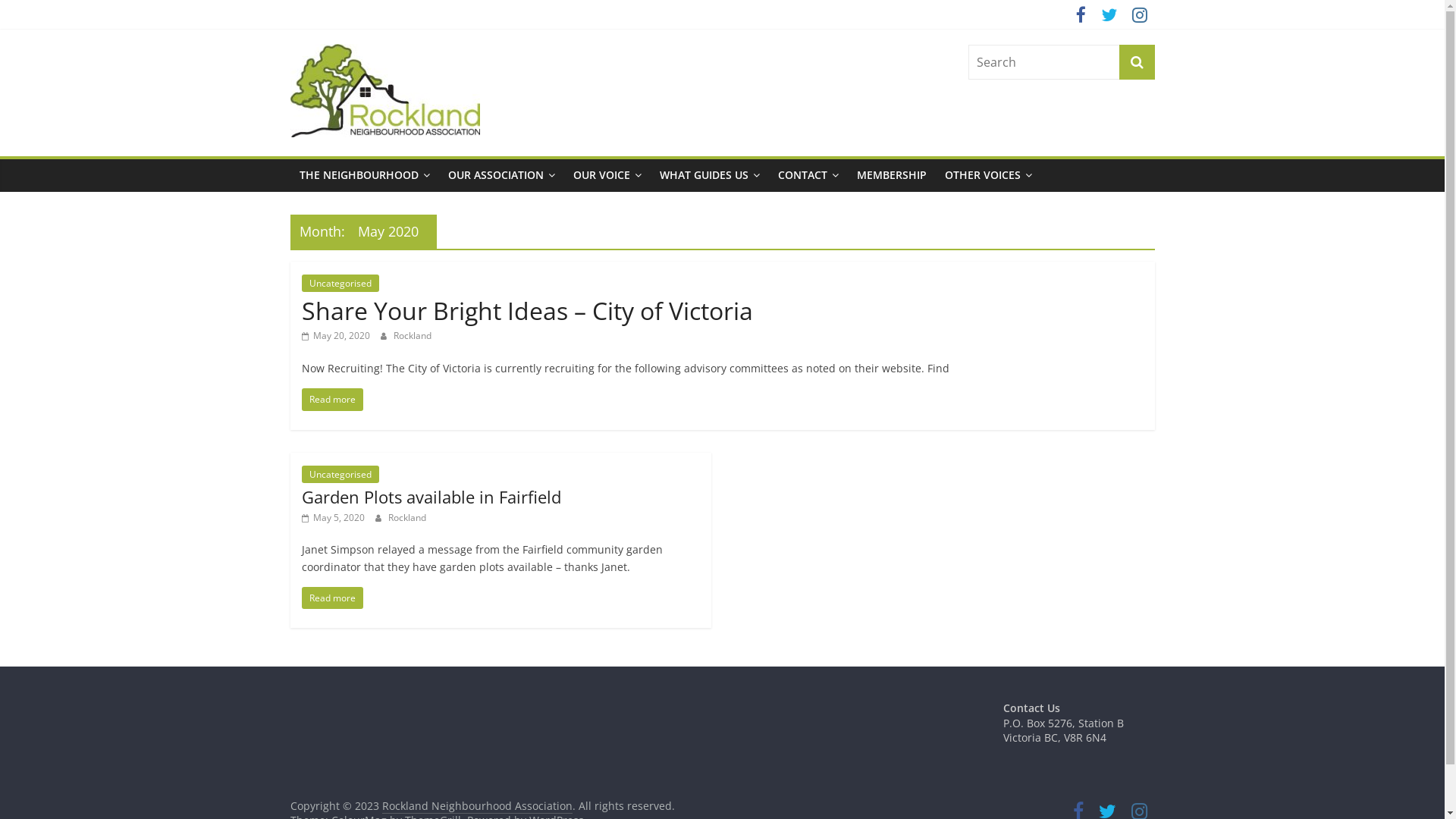 The width and height of the screenshot is (1456, 819). I want to click on 'Rockland Neighbourhood Association', so click(419, 104).